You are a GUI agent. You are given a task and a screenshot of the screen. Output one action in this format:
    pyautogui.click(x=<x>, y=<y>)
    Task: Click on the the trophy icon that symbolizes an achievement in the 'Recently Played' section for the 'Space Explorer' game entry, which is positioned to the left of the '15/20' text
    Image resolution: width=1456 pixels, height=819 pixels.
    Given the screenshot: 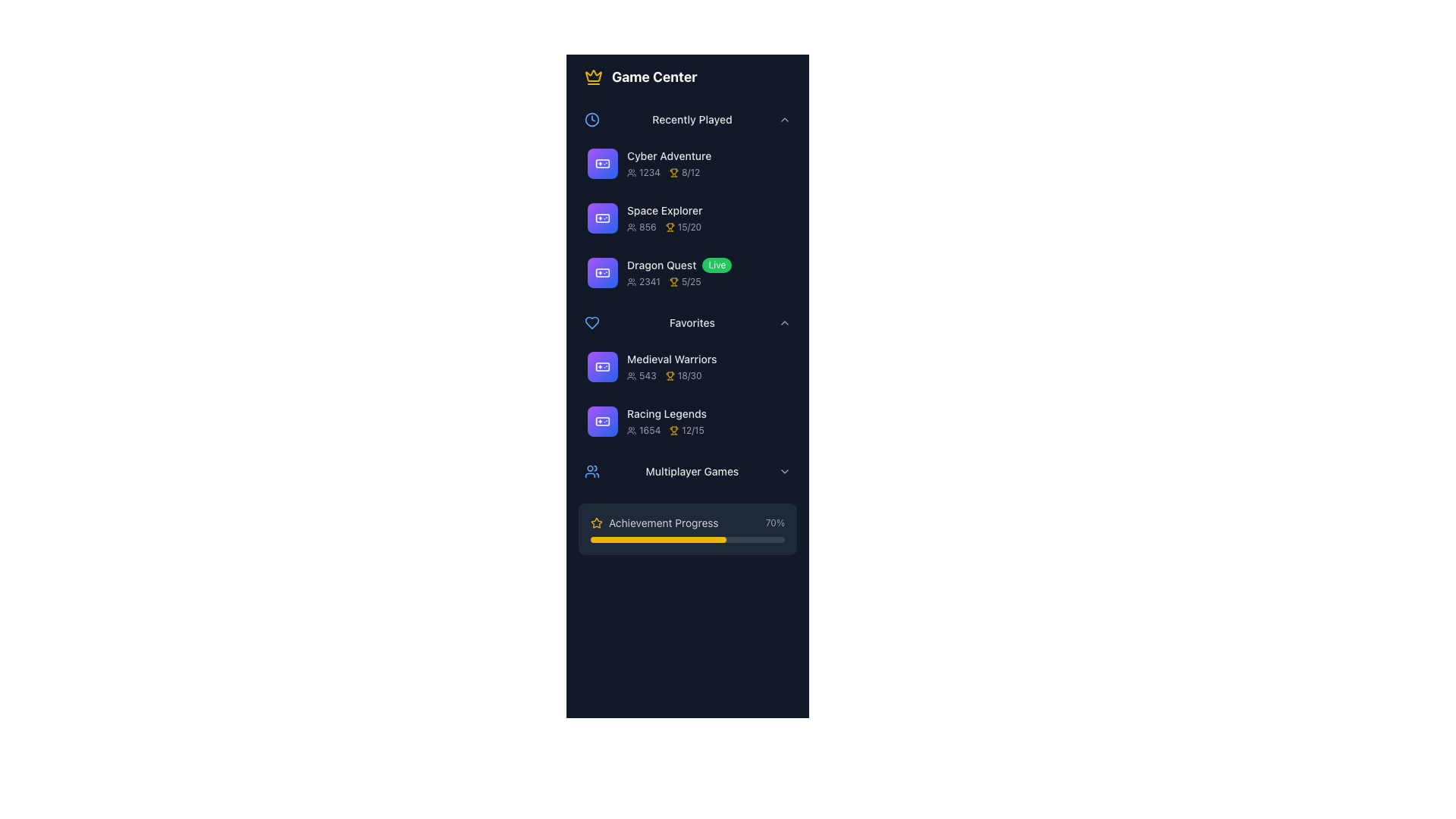 What is the action you would take?
    pyautogui.click(x=669, y=227)
    